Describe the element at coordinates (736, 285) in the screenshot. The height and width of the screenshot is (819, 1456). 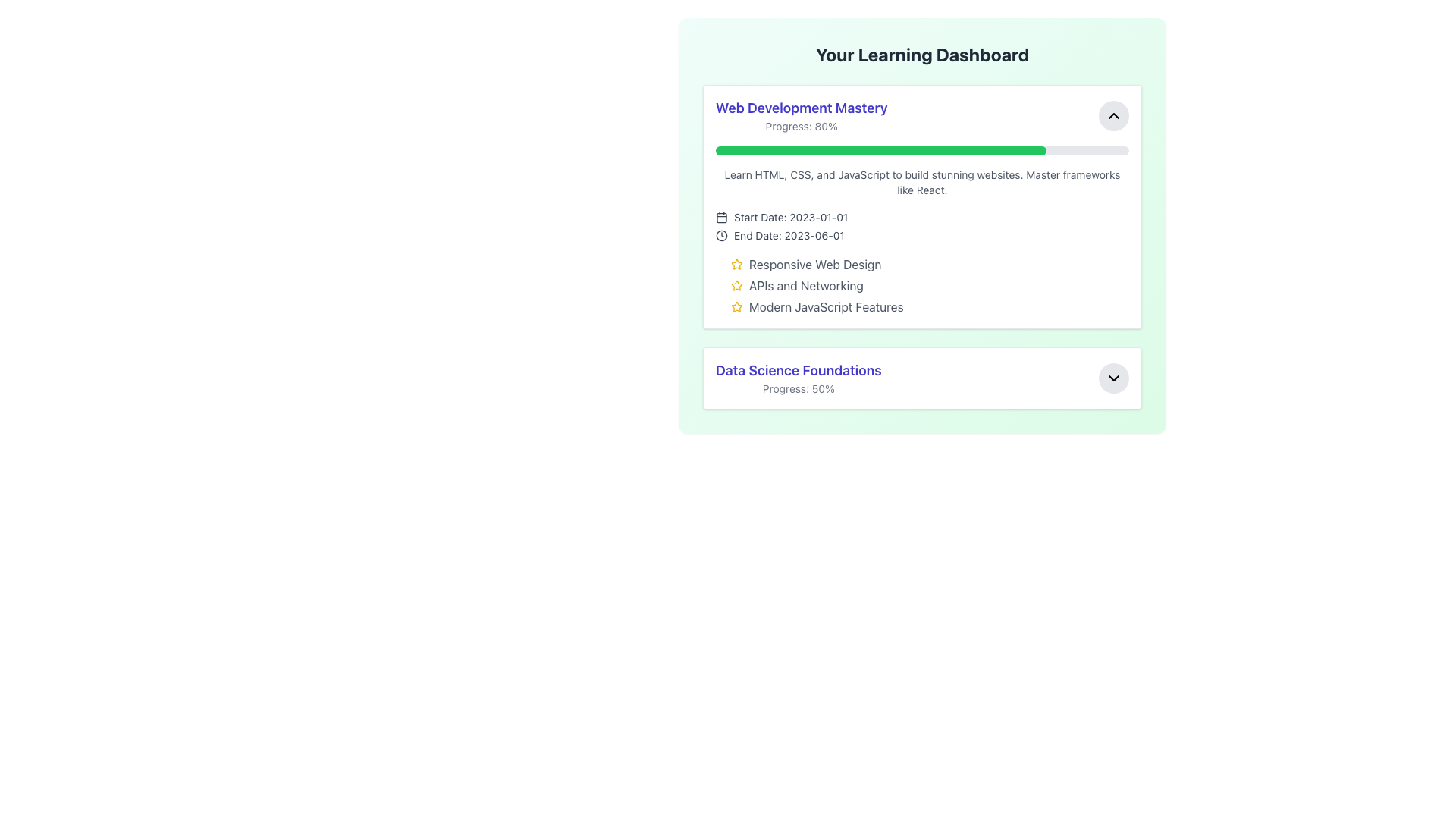
I see `the star-shaped icon with a yellow fill located under the 'Web Development Mastery' section, adjacent to the text 'Responsive Web Design'` at that location.